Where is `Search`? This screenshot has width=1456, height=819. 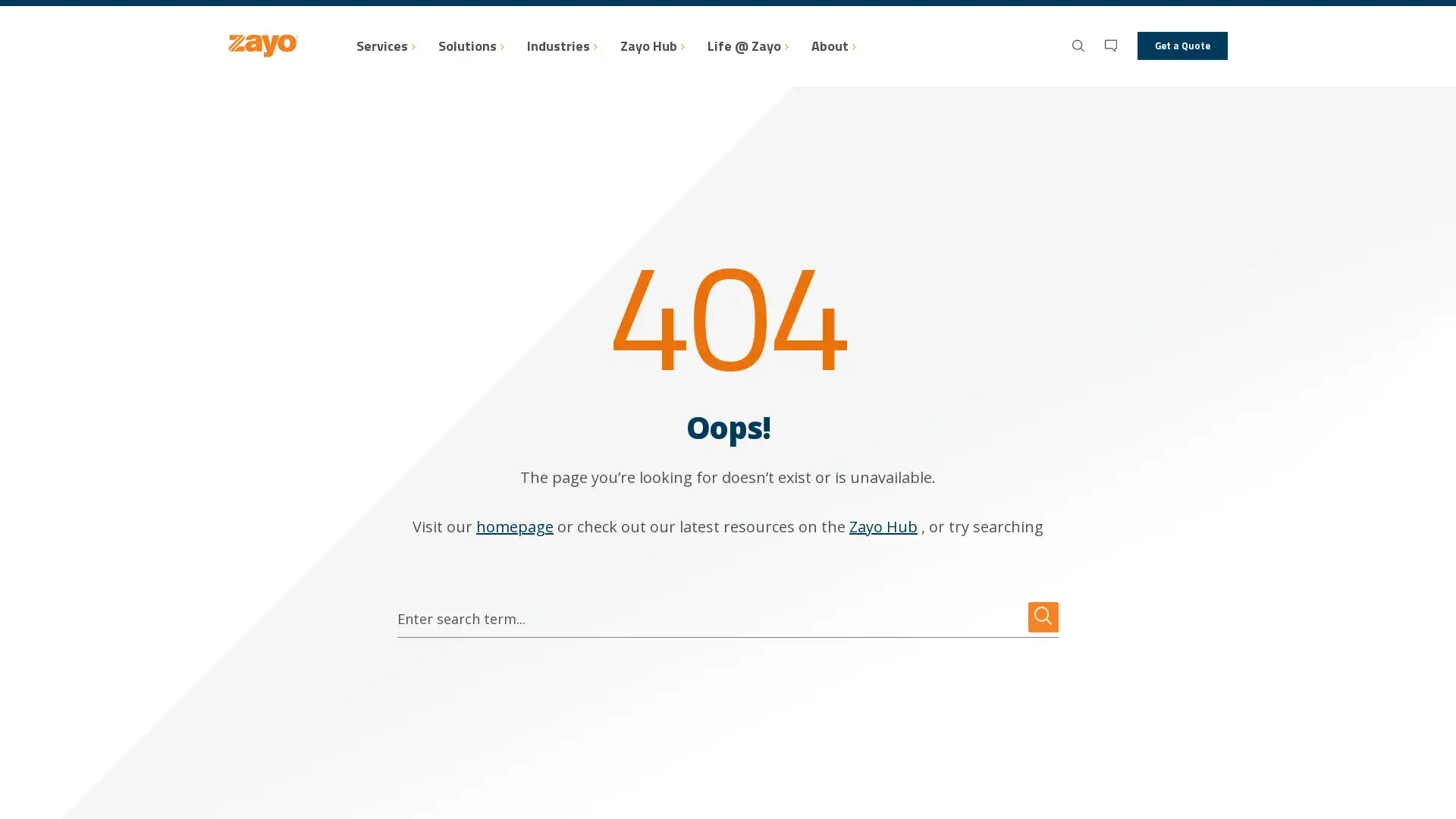 Search is located at coordinates (1043, 617).